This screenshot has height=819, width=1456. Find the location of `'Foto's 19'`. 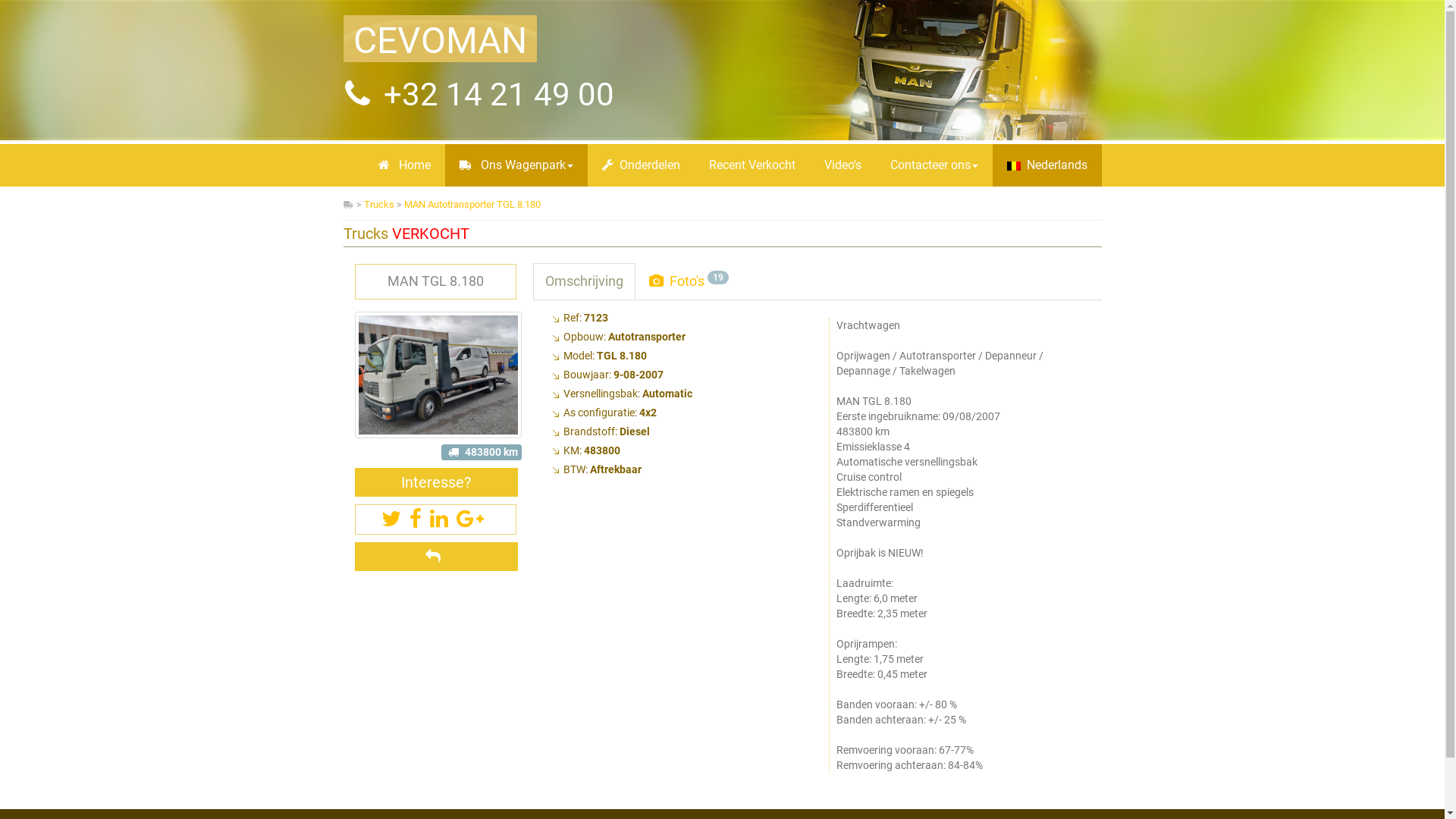

'Foto's 19' is located at coordinates (688, 281).